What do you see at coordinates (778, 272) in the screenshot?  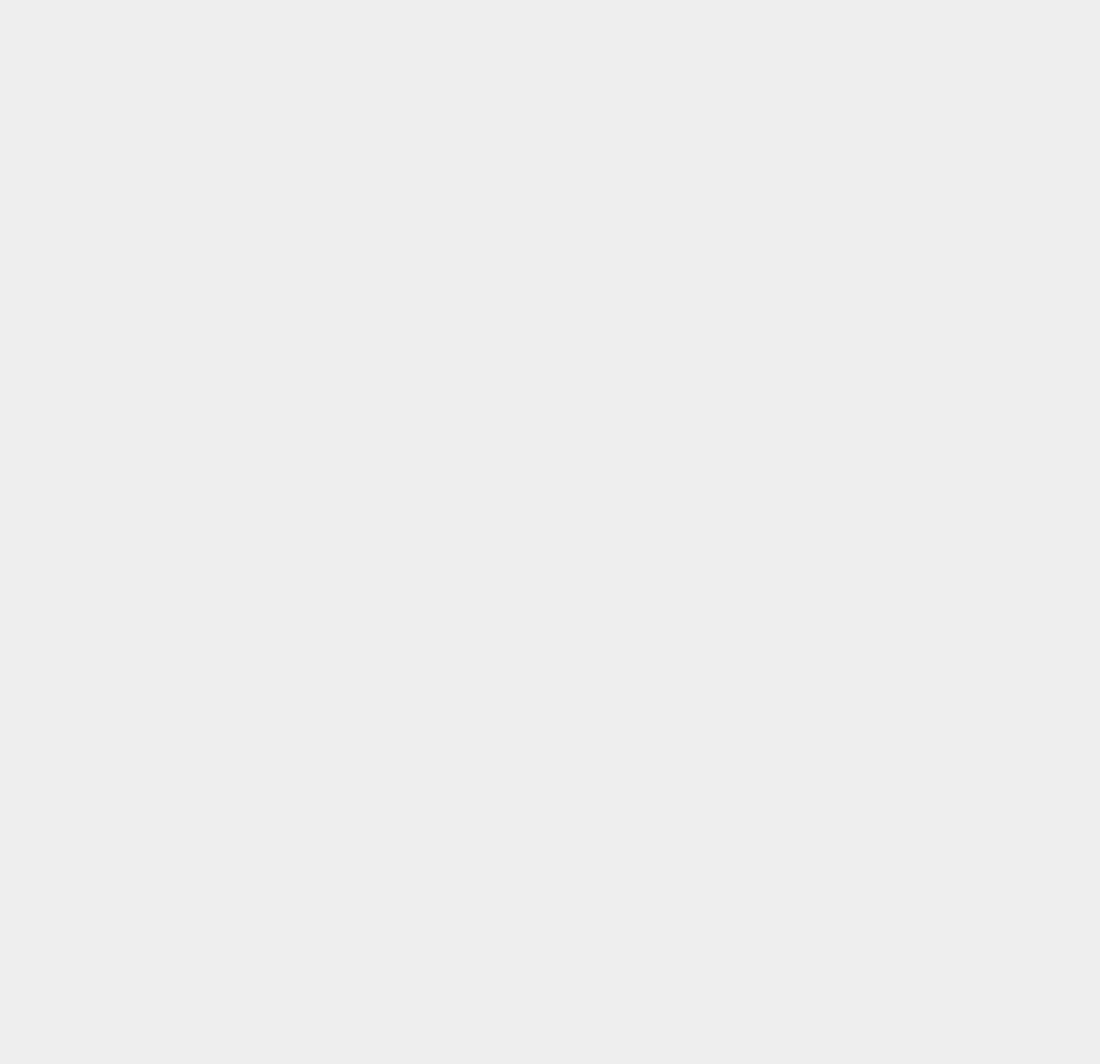 I see `'Digital Marketing'` at bounding box center [778, 272].